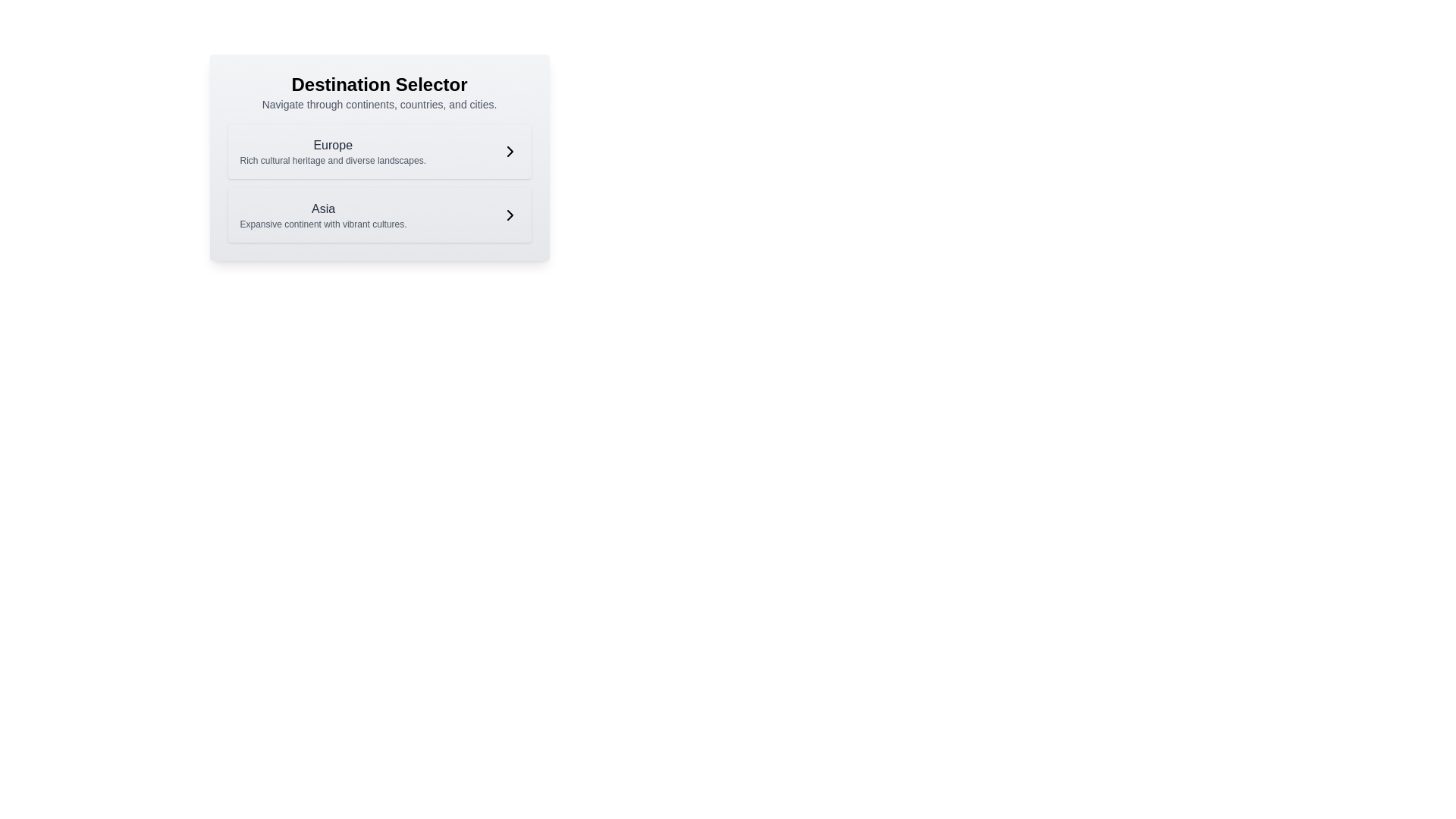  I want to click on the interactive list item titled 'Europe' for keyboard navigation, so click(379, 152).